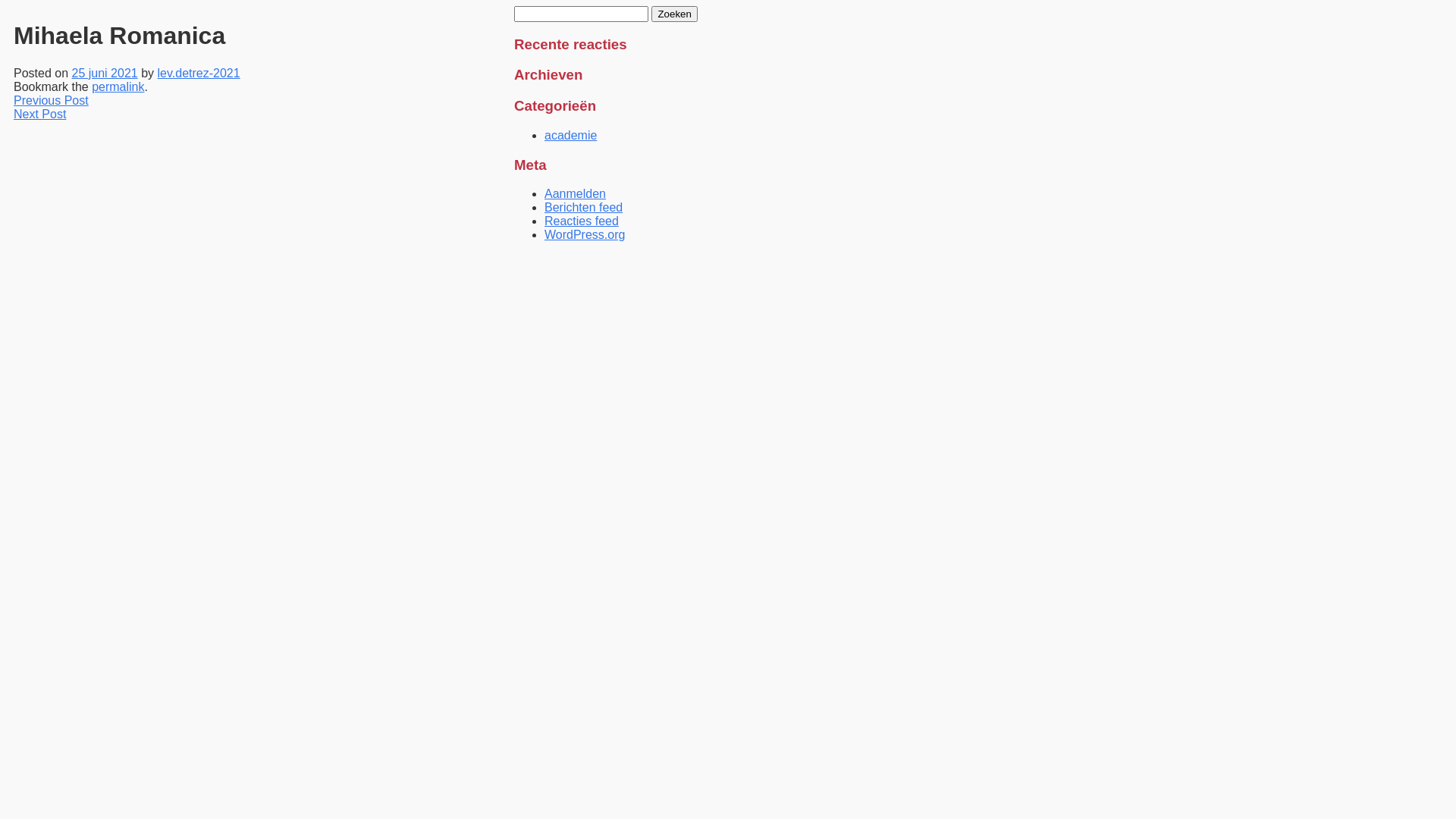 The width and height of the screenshot is (1456, 819). Describe the element at coordinates (570, 134) in the screenshot. I see `'academie'` at that location.